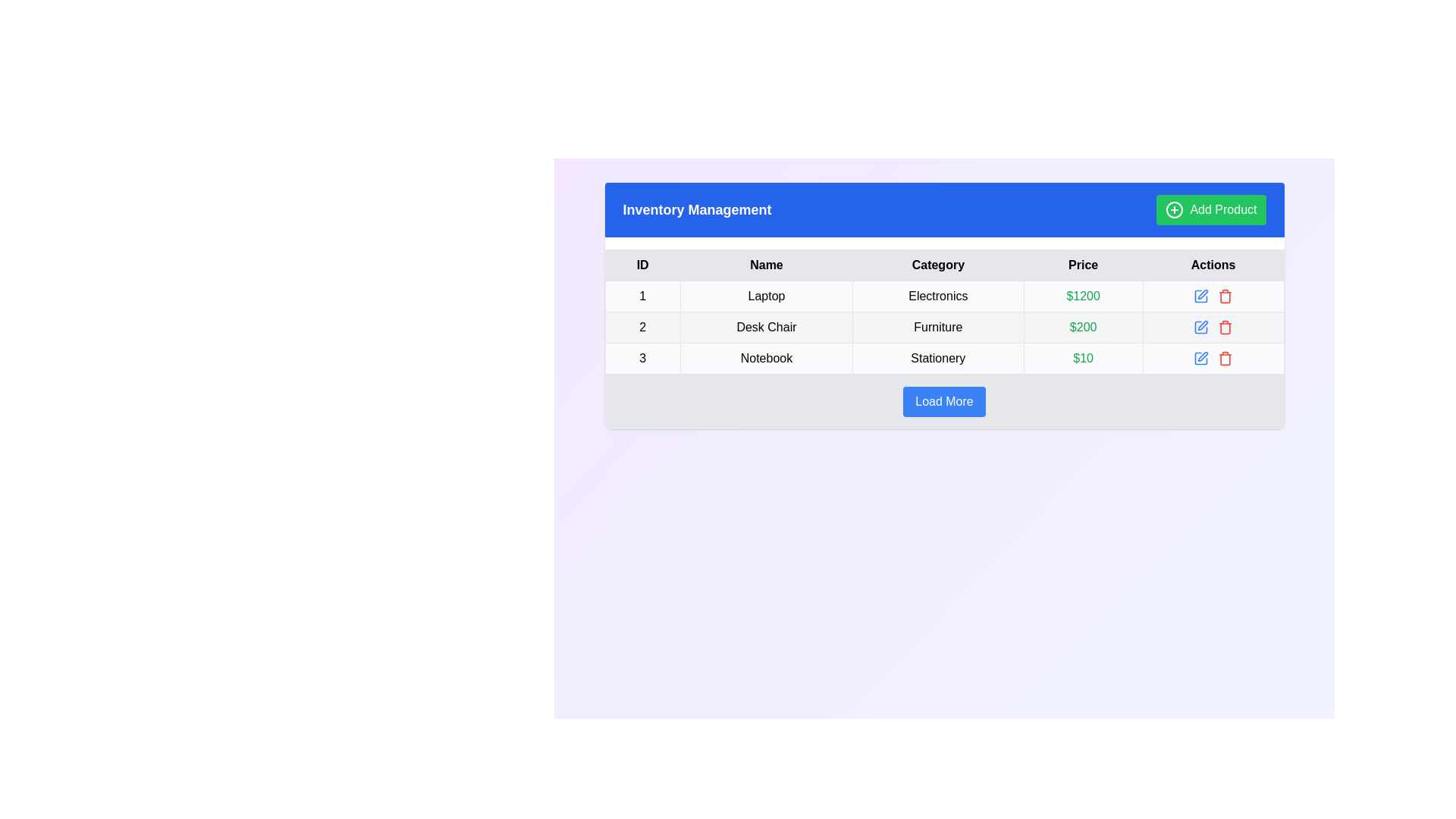 This screenshot has width=1456, height=819. Describe the element at coordinates (766, 327) in the screenshot. I see `the static text label displaying 'Desk Chair' located in the second row of the table, positioned between the 'ID' and 'Category' columns` at that location.